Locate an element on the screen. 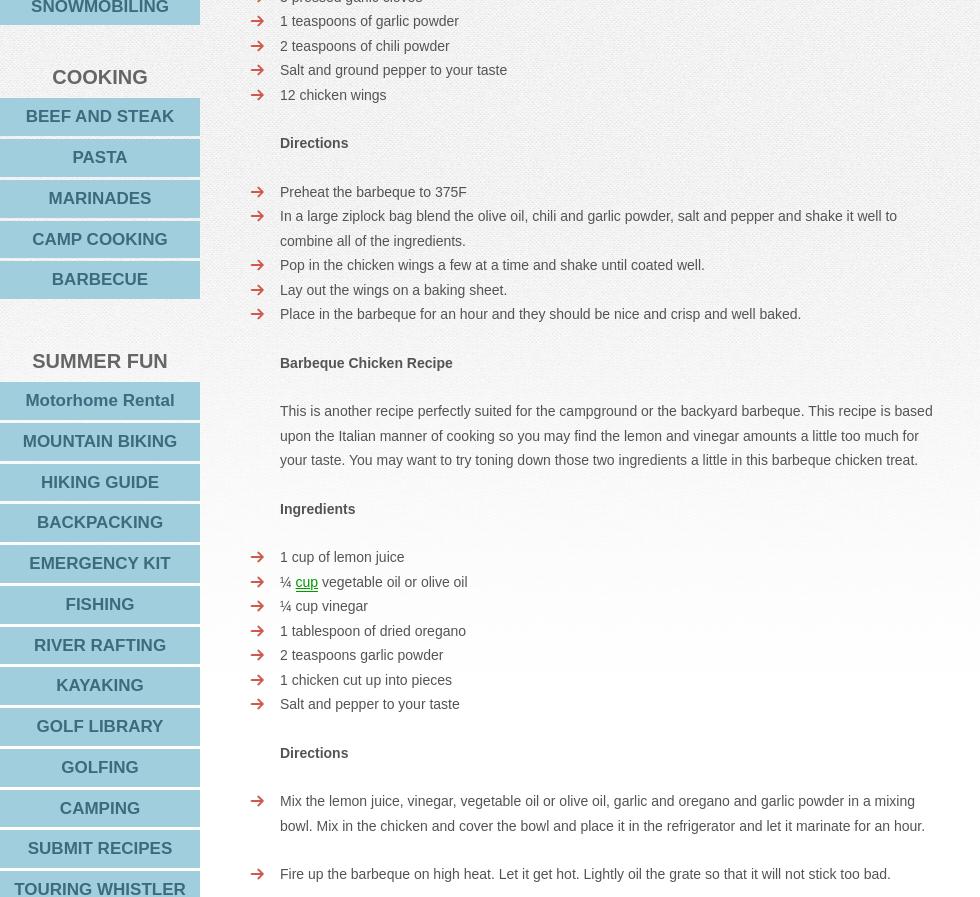 The width and height of the screenshot is (980, 897). 'MOUNTAIN BIKING' is located at coordinates (99, 439).